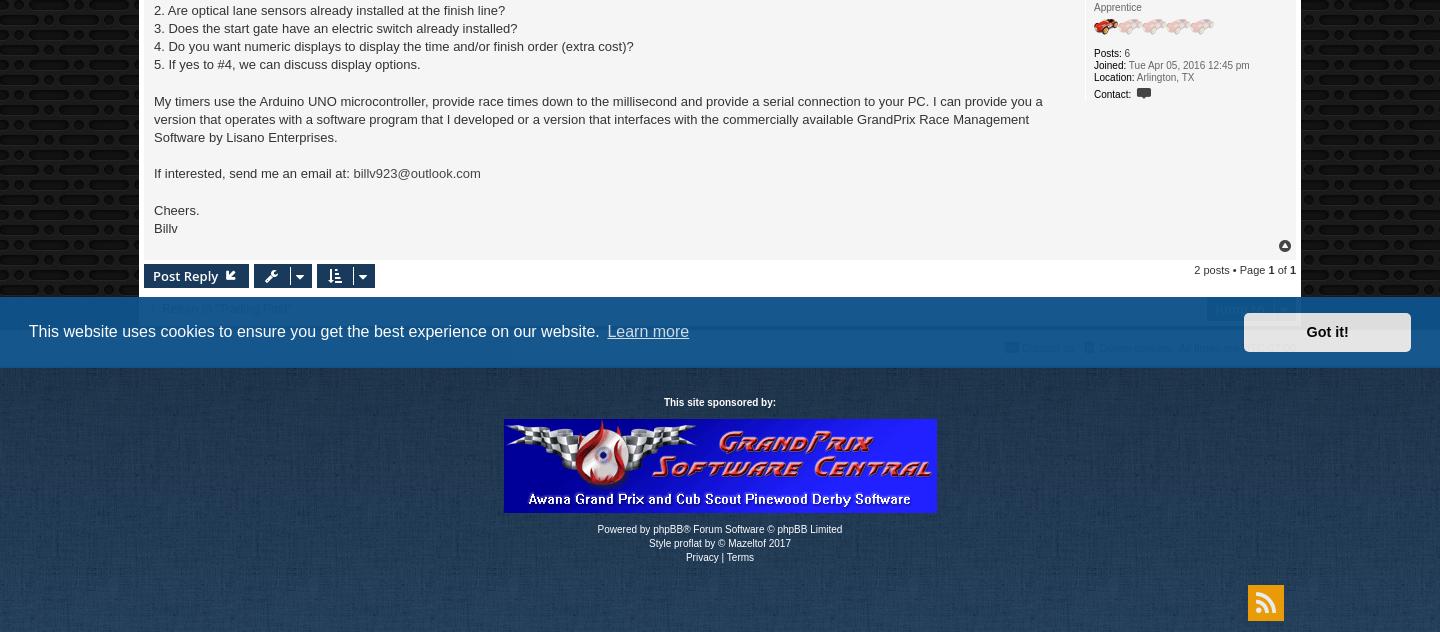 This screenshot has height=632, width=1440. What do you see at coordinates (1187, 64) in the screenshot?
I see `'Tue Apr 05, 2016 12:45 pm'` at bounding box center [1187, 64].